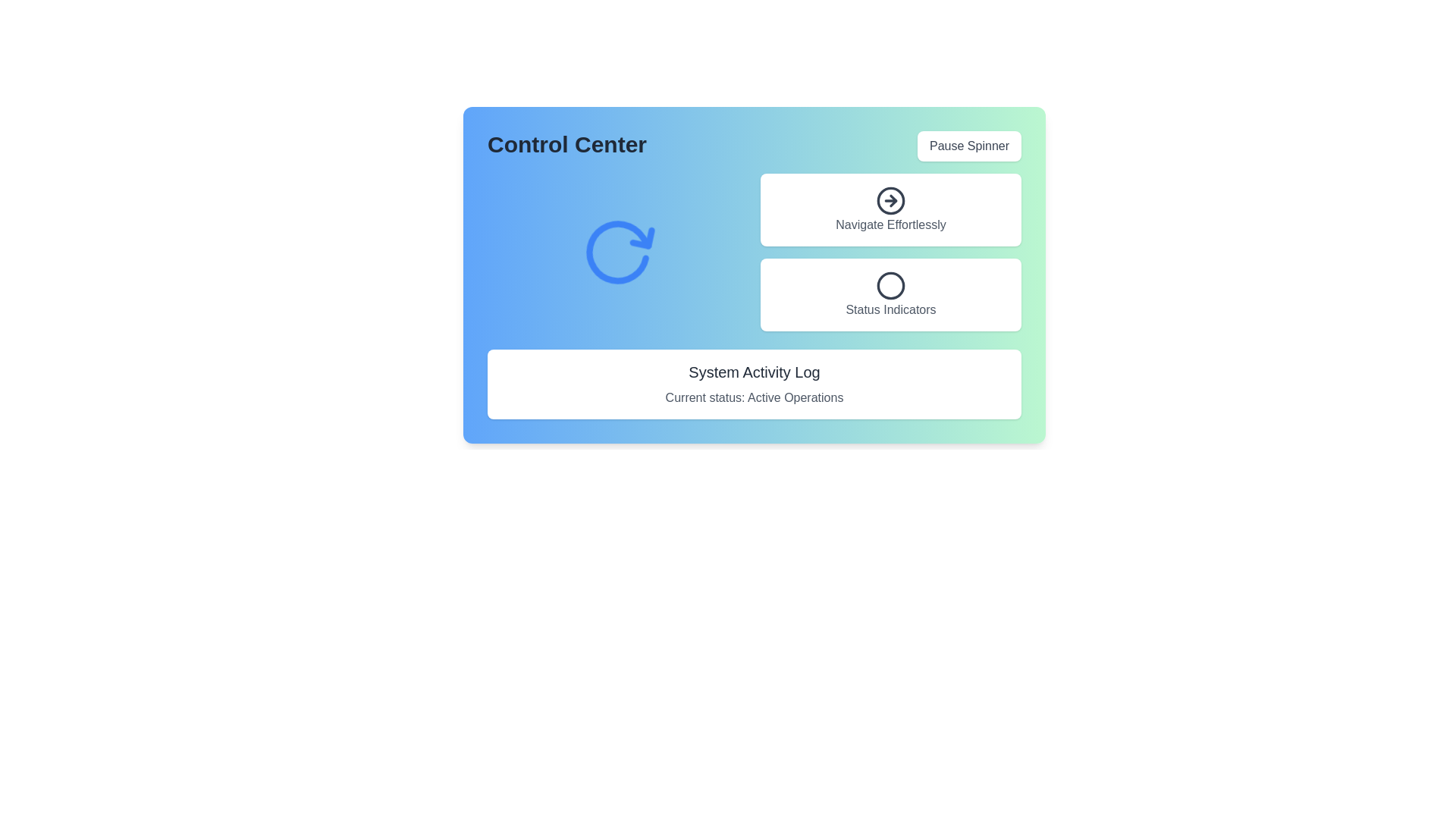 This screenshot has width=1456, height=819. I want to click on the animation of the refresh icon located in the Control Center interface, positioned to the left of 'Navigate Effortlessly' and 'Status Indicators', so click(618, 251).